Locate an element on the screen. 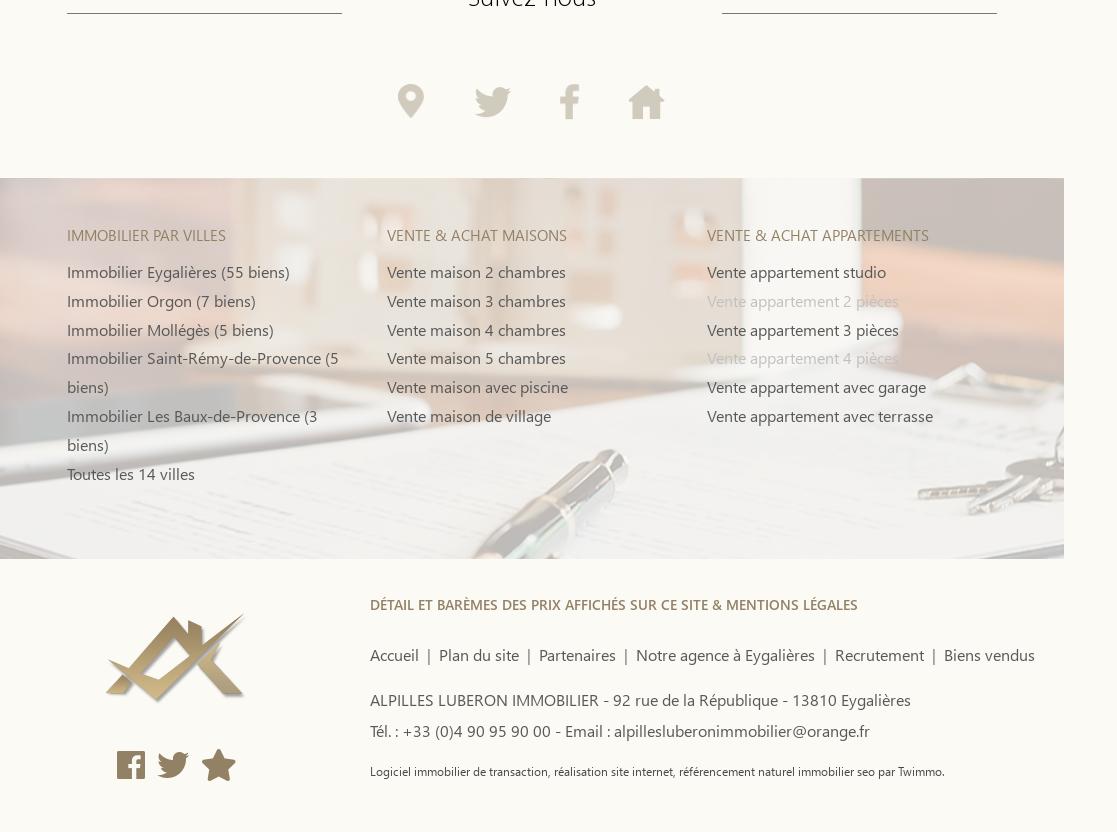 This screenshot has height=832, width=1117. 'Vente maison 3 chambres' is located at coordinates (387, 298).